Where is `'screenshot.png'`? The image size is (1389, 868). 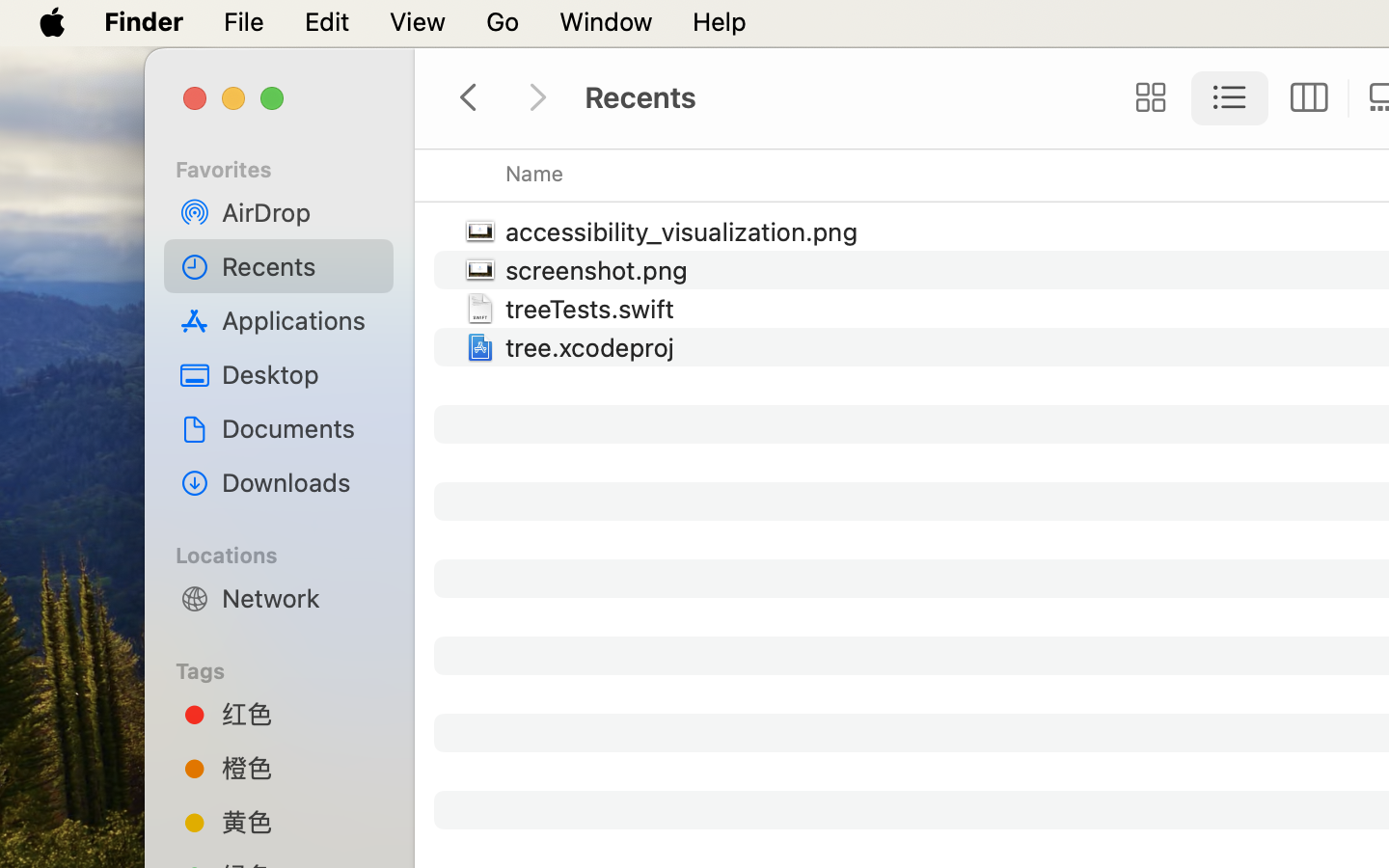 'screenshot.png' is located at coordinates (599, 268).